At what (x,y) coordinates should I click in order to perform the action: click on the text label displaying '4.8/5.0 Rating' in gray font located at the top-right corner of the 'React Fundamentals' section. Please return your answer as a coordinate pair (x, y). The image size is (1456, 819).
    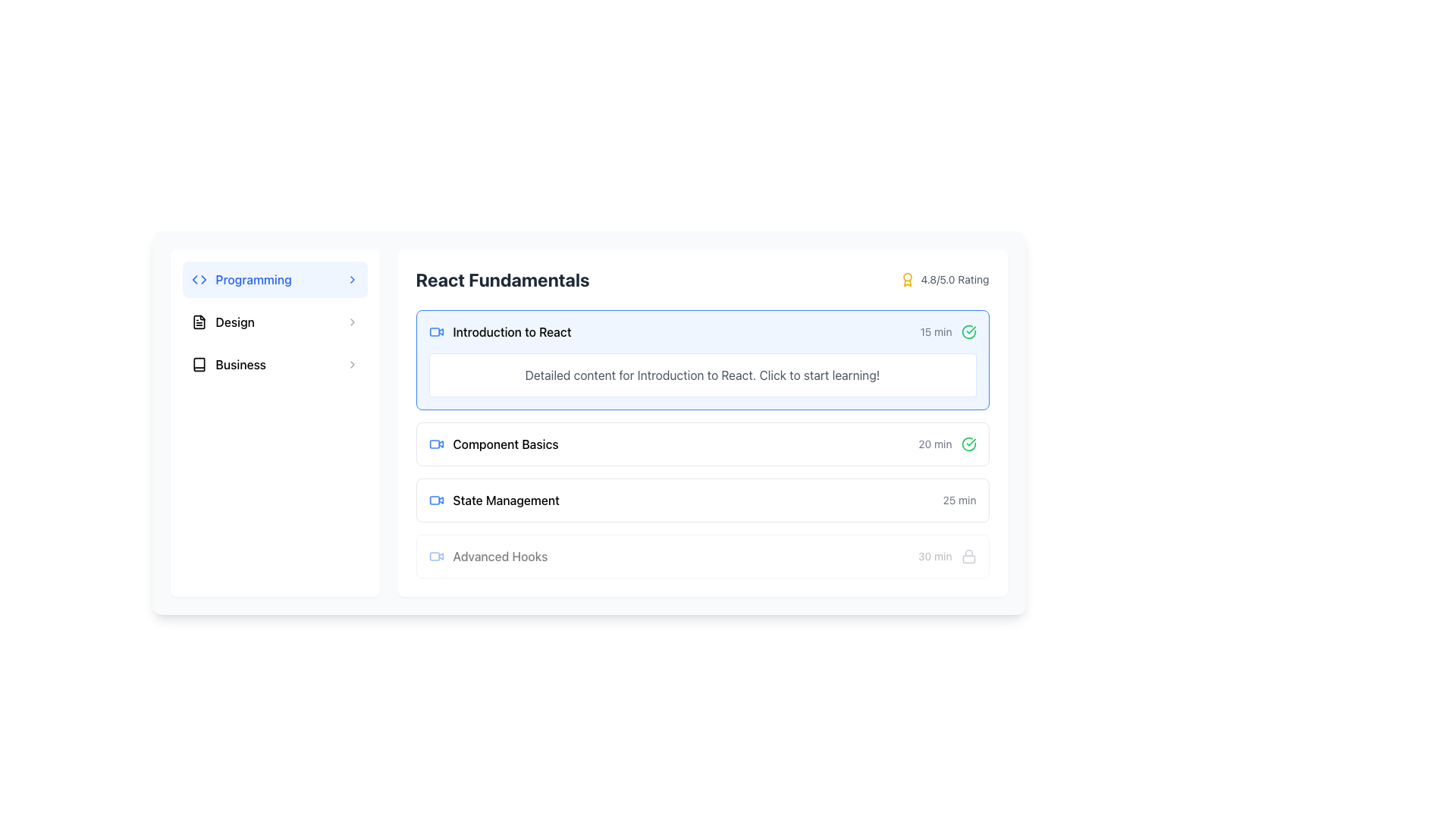
    Looking at the image, I should click on (954, 280).